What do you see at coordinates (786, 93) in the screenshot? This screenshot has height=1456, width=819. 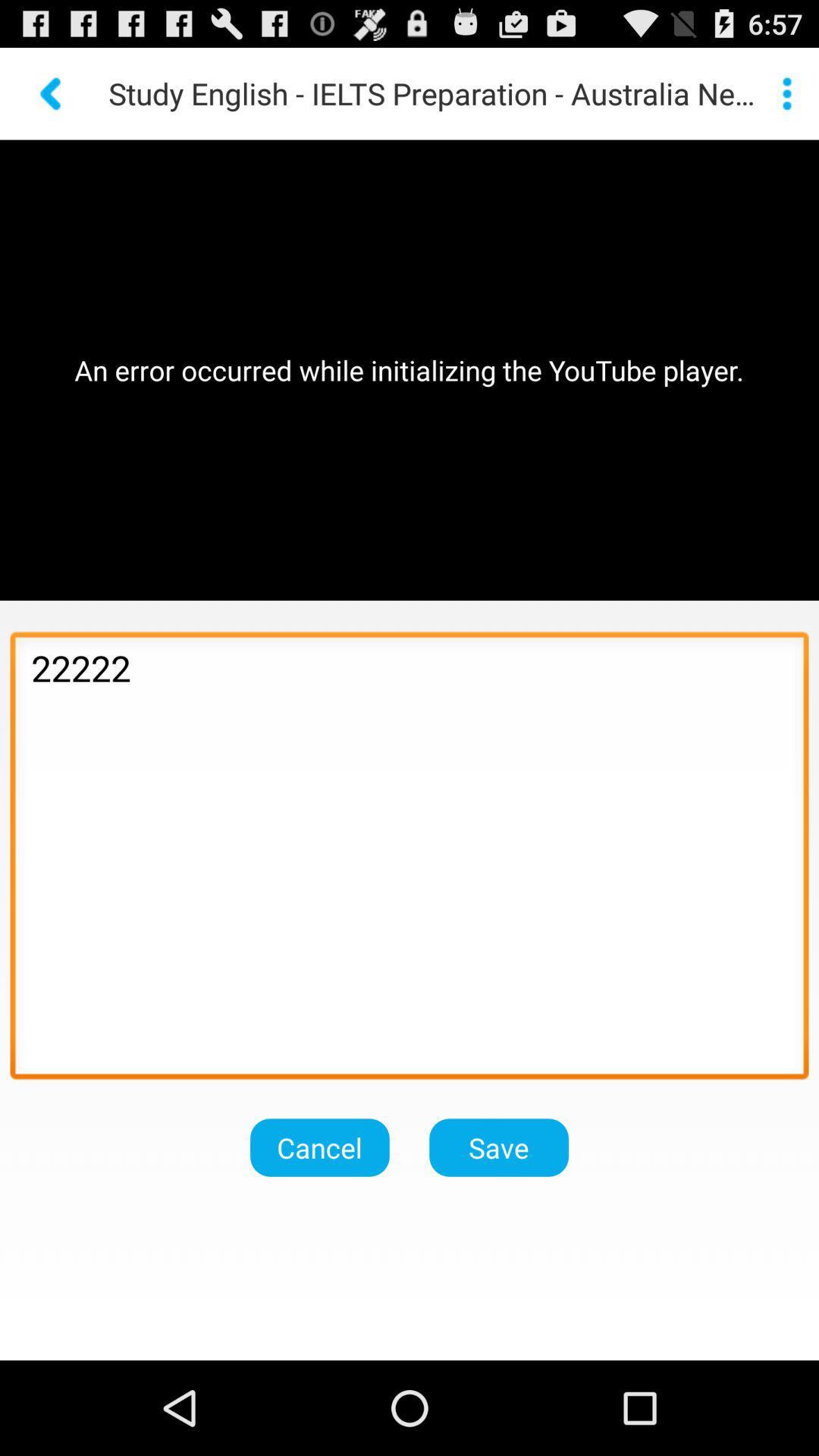 I see `get more info` at bounding box center [786, 93].